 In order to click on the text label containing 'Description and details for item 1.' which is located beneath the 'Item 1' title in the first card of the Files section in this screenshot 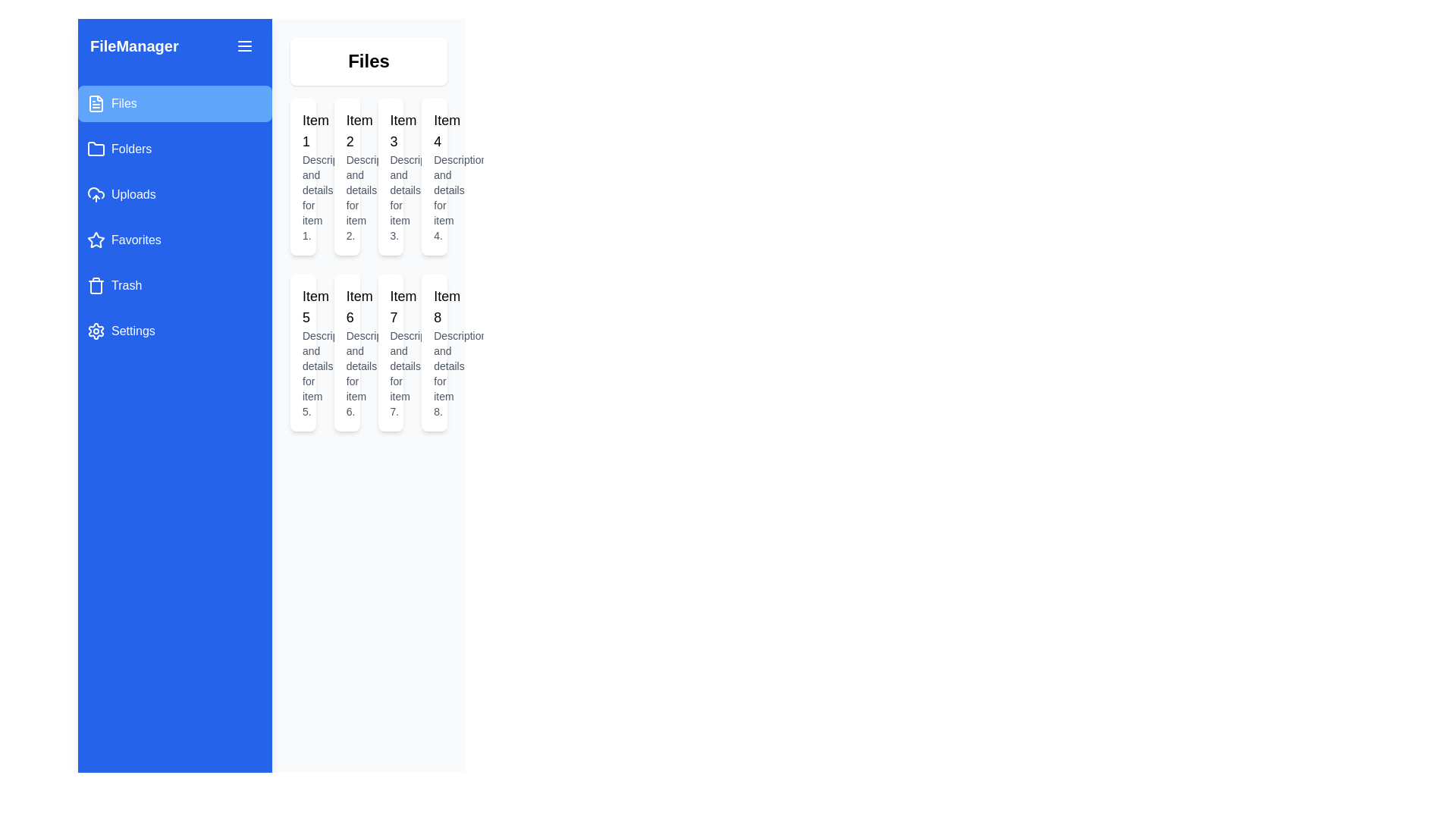, I will do `click(303, 197)`.